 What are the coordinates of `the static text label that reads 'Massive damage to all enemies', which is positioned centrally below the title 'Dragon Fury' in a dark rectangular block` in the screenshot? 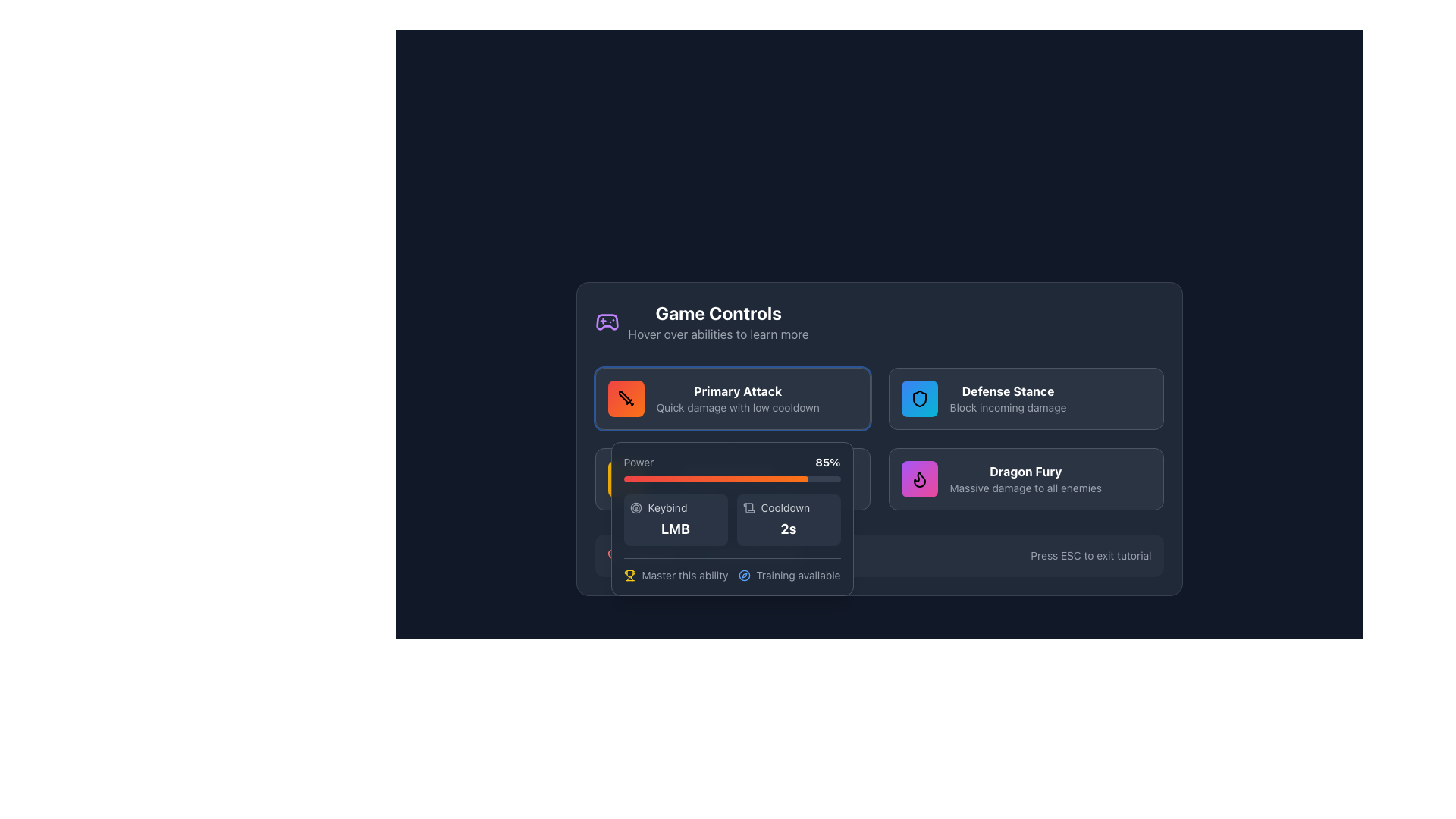 It's located at (1025, 488).